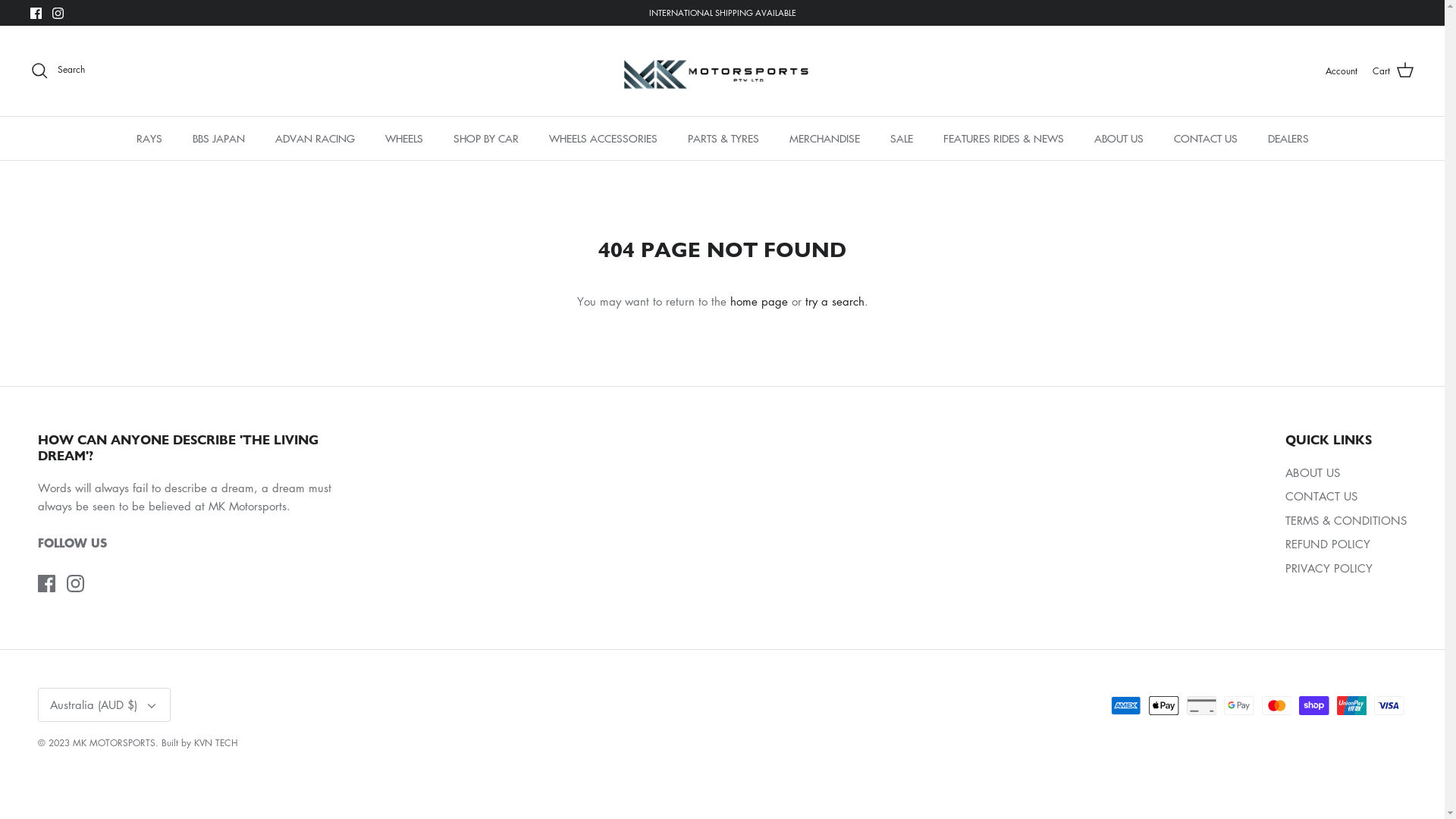 The width and height of the screenshot is (1456, 819). I want to click on 'REFUND POLICY', so click(1327, 543).